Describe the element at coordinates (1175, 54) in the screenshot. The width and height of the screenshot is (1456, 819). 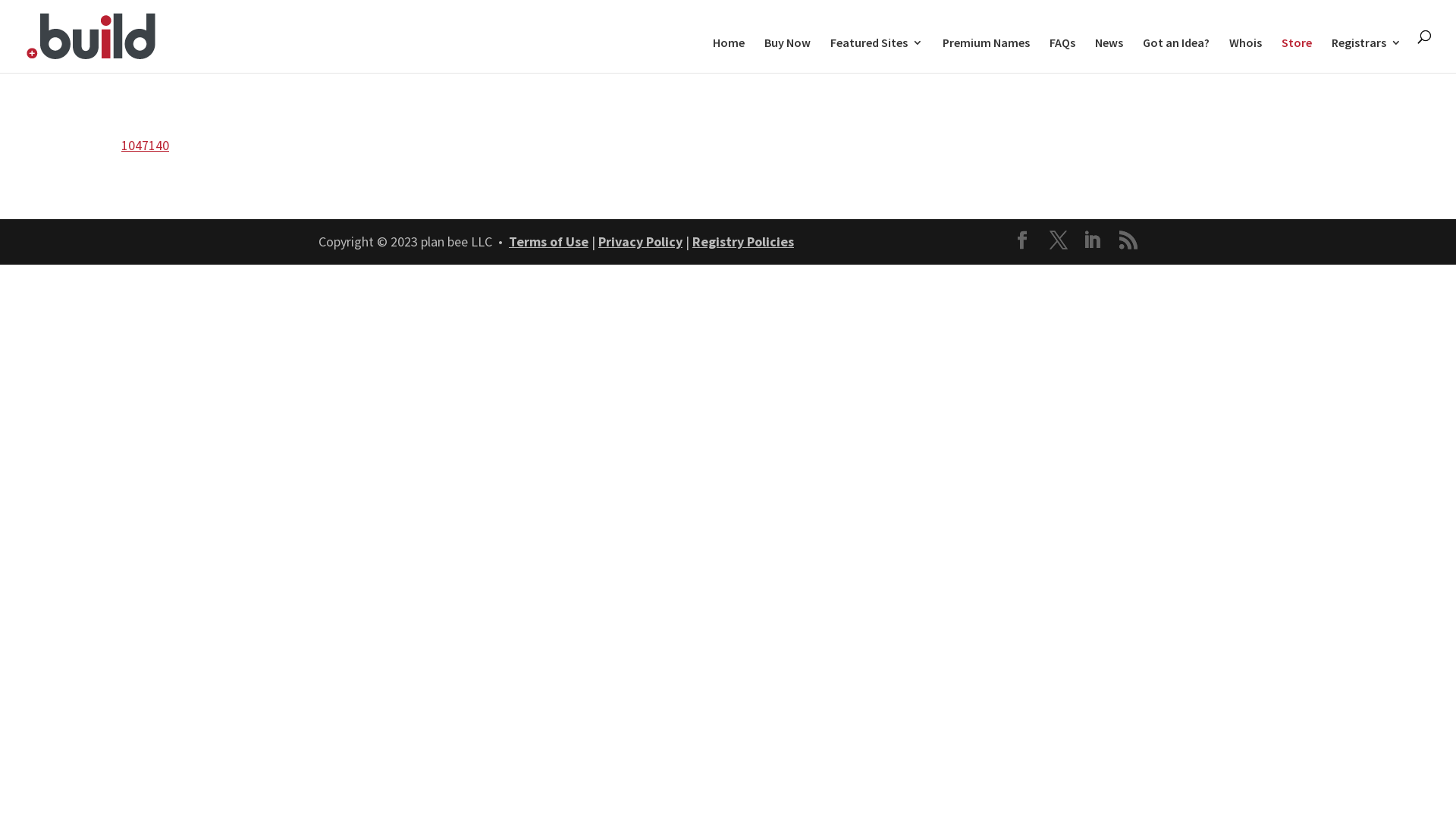
I see `'Got an Idea?'` at that location.